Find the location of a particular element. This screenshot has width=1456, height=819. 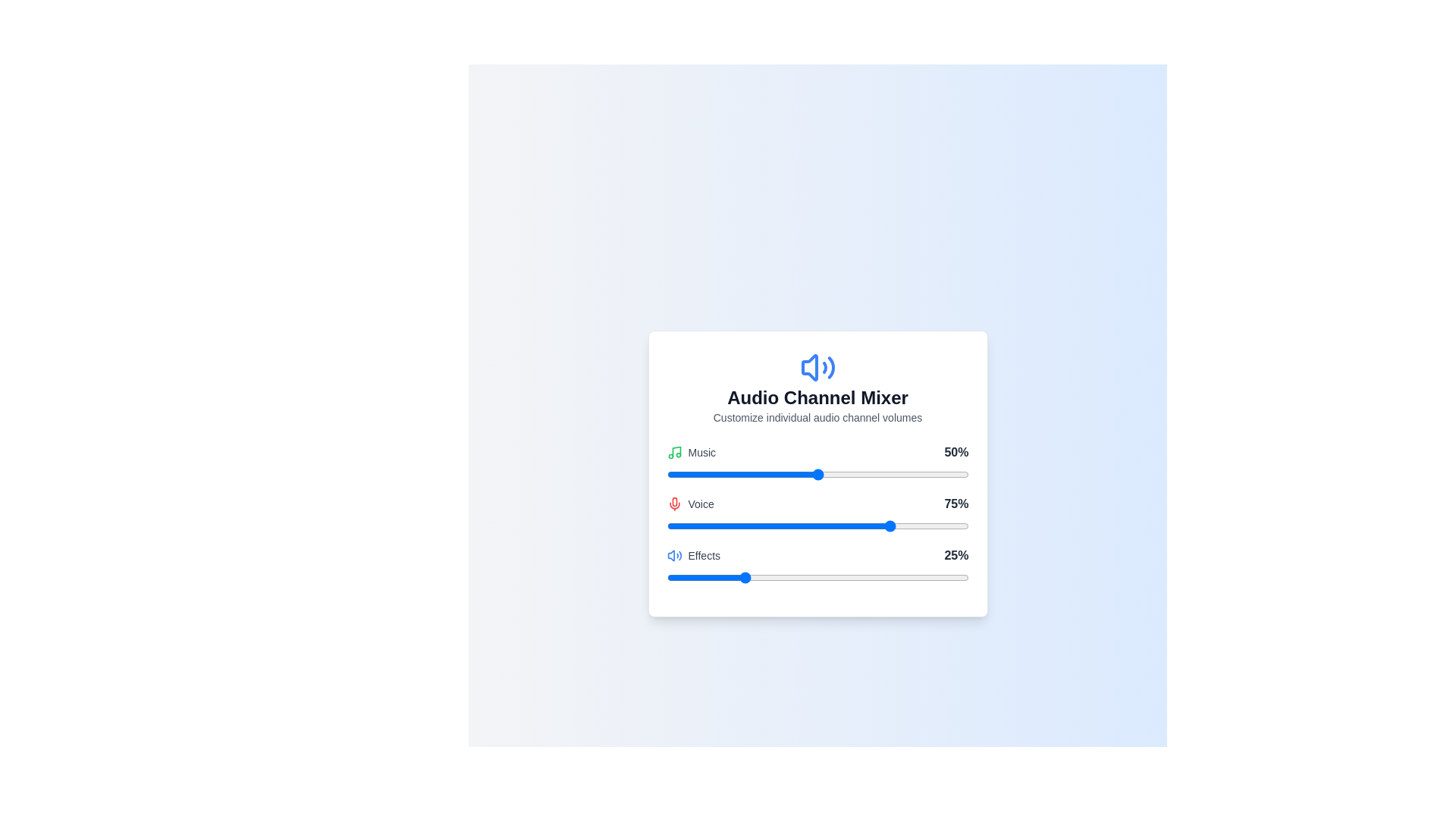

the Heading or Title Text located at the top center of the card, which provides a clear description of the content and functionality within the card is located at coordinates (817, 397).